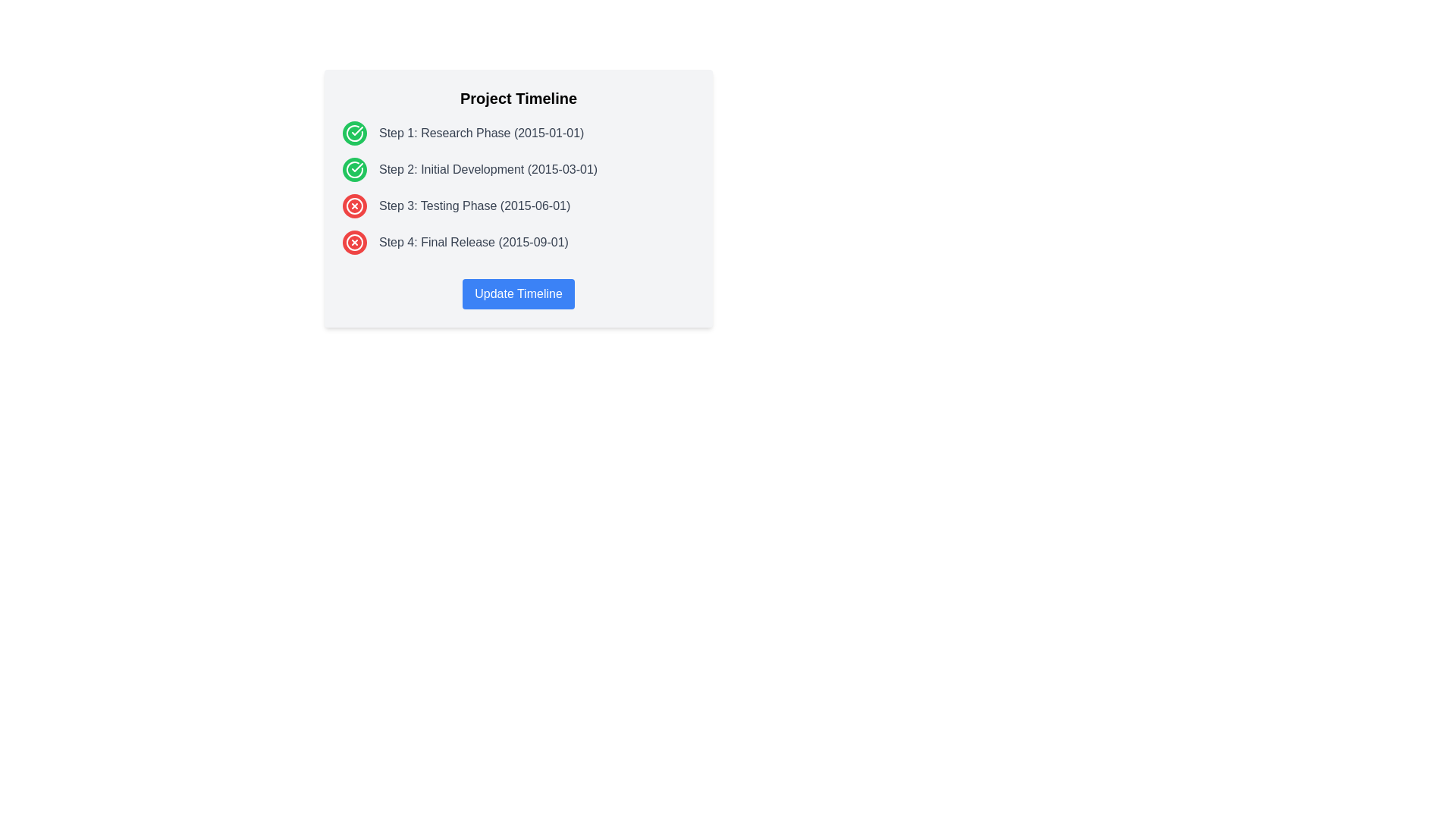 The width and height of the screenshot is (1456, 819). What do you see at coordinates (353, 133) in the screenshot?
I see `the visual state of the first circular icon indicating 'completed' status for 'Step 1: Research Phase' in the 'Project Timeline' section` at bounding box center [353, 133].